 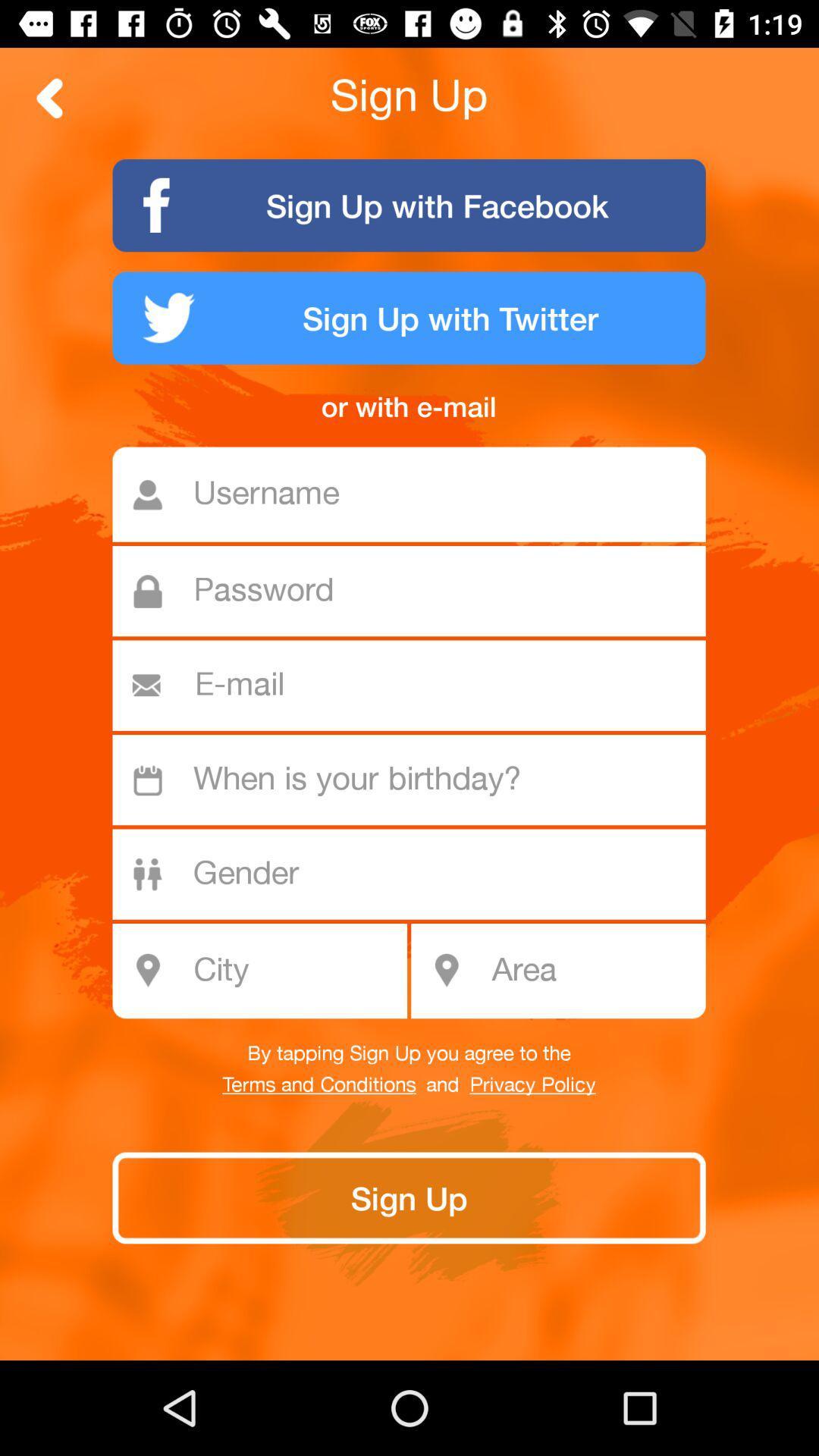 I want to click on your date of birth, so click(x=417, y=780).